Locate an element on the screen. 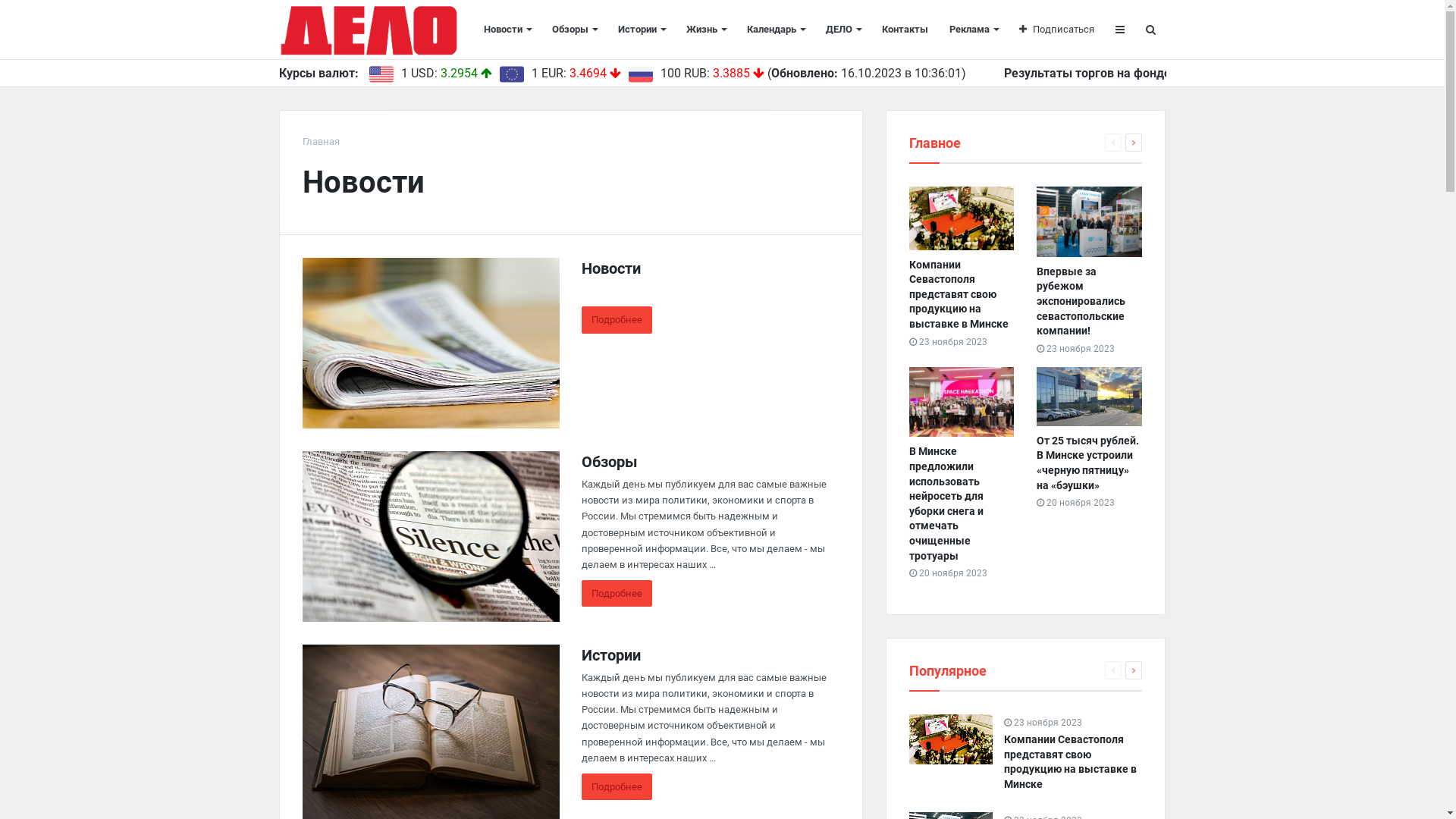  'EUR' is located at coordinates (510, 74).